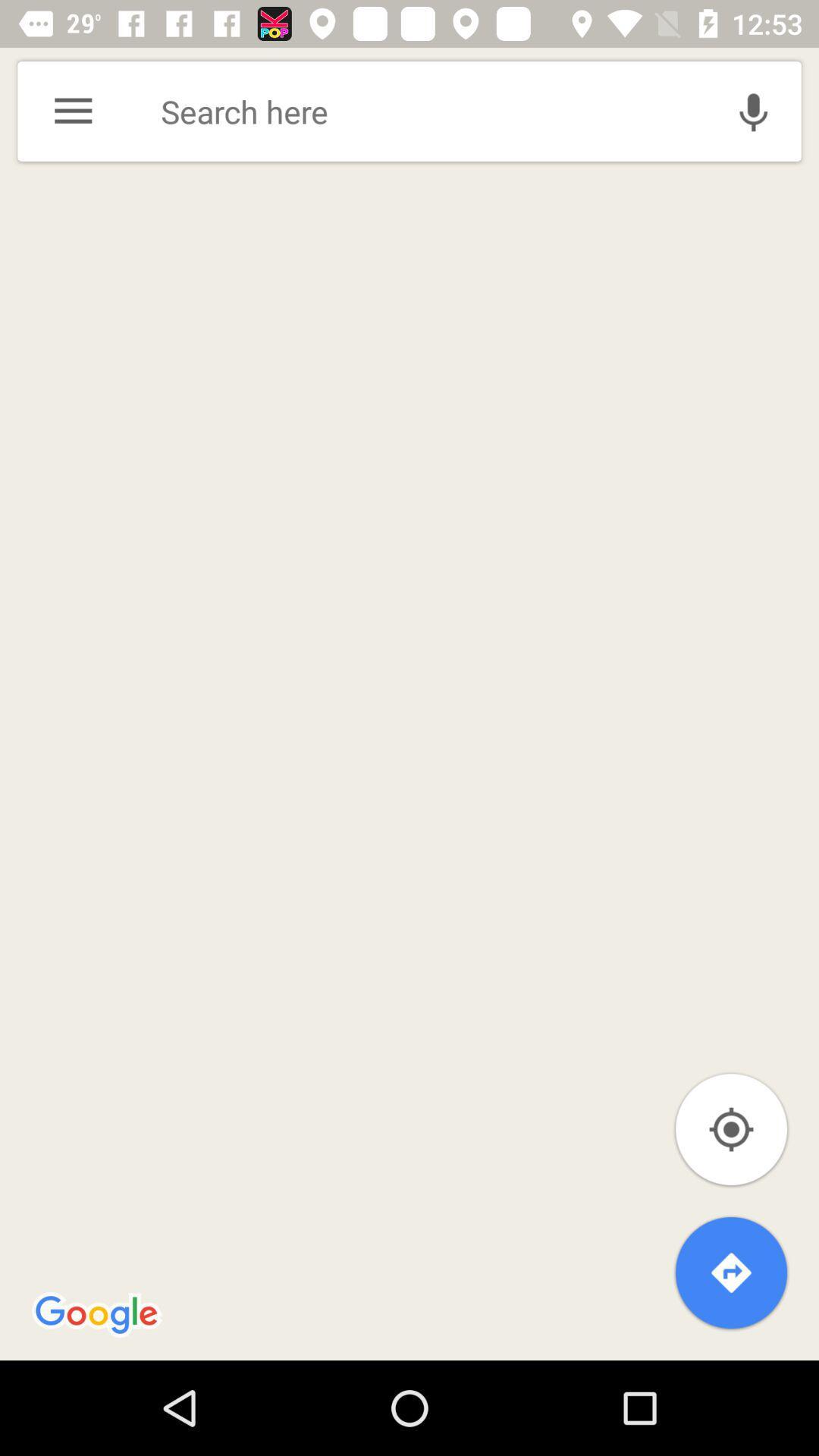 This screenshot has width=819, height=1456. What do you see at coordinates (753, 111) in the screenshot?
I see `icon at the top right corner` at bounding box center [753, 111].